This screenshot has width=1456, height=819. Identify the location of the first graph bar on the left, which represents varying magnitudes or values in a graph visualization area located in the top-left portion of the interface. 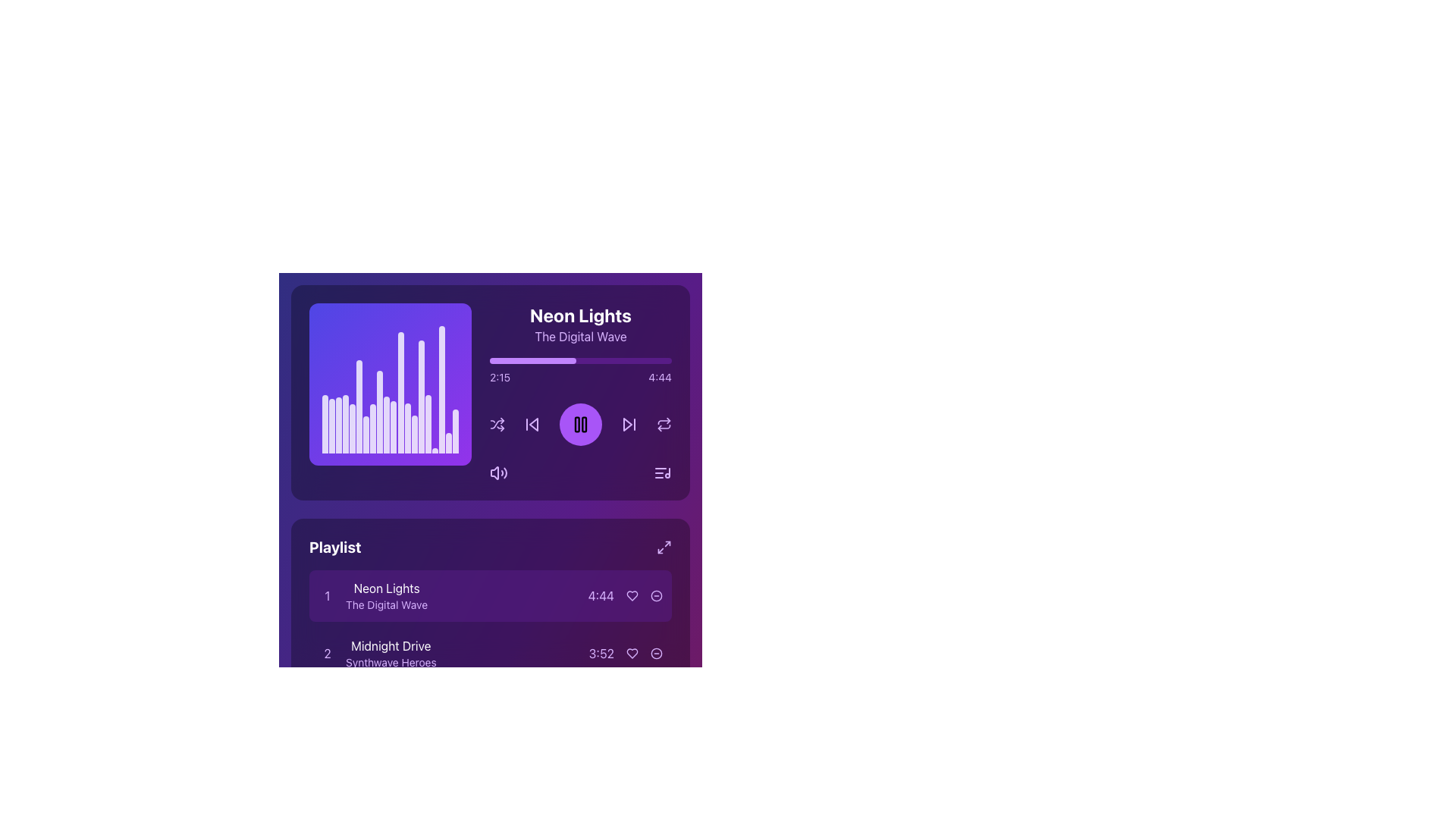
(324, 424).